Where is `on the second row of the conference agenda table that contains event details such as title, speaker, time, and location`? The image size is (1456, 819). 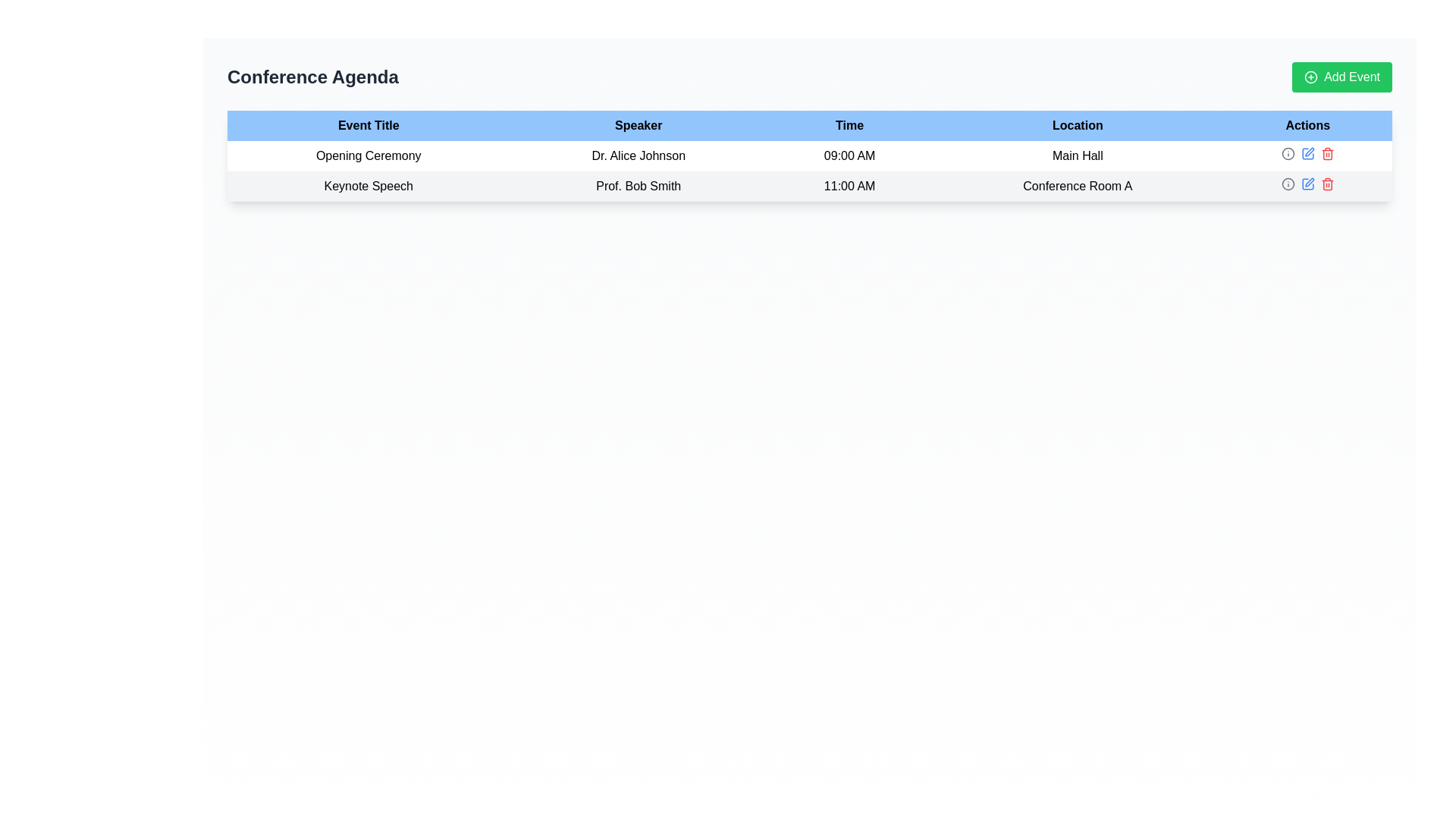
on the second row of the conference agenda table that contains event details such as title, speaker, time, and location is located at coordinates (809, 186).